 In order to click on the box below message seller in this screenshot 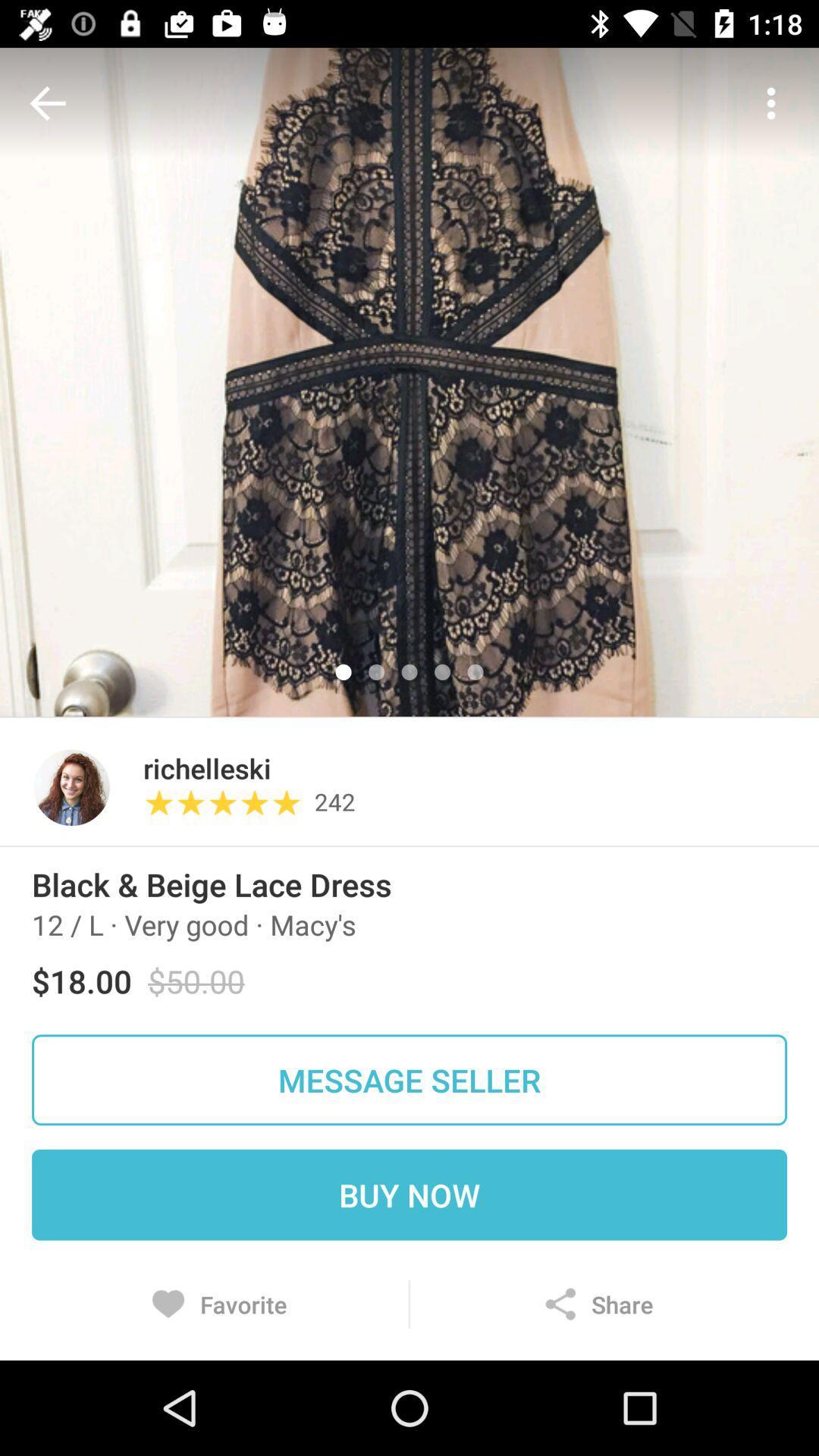, I will do `click(409, 1194)`.